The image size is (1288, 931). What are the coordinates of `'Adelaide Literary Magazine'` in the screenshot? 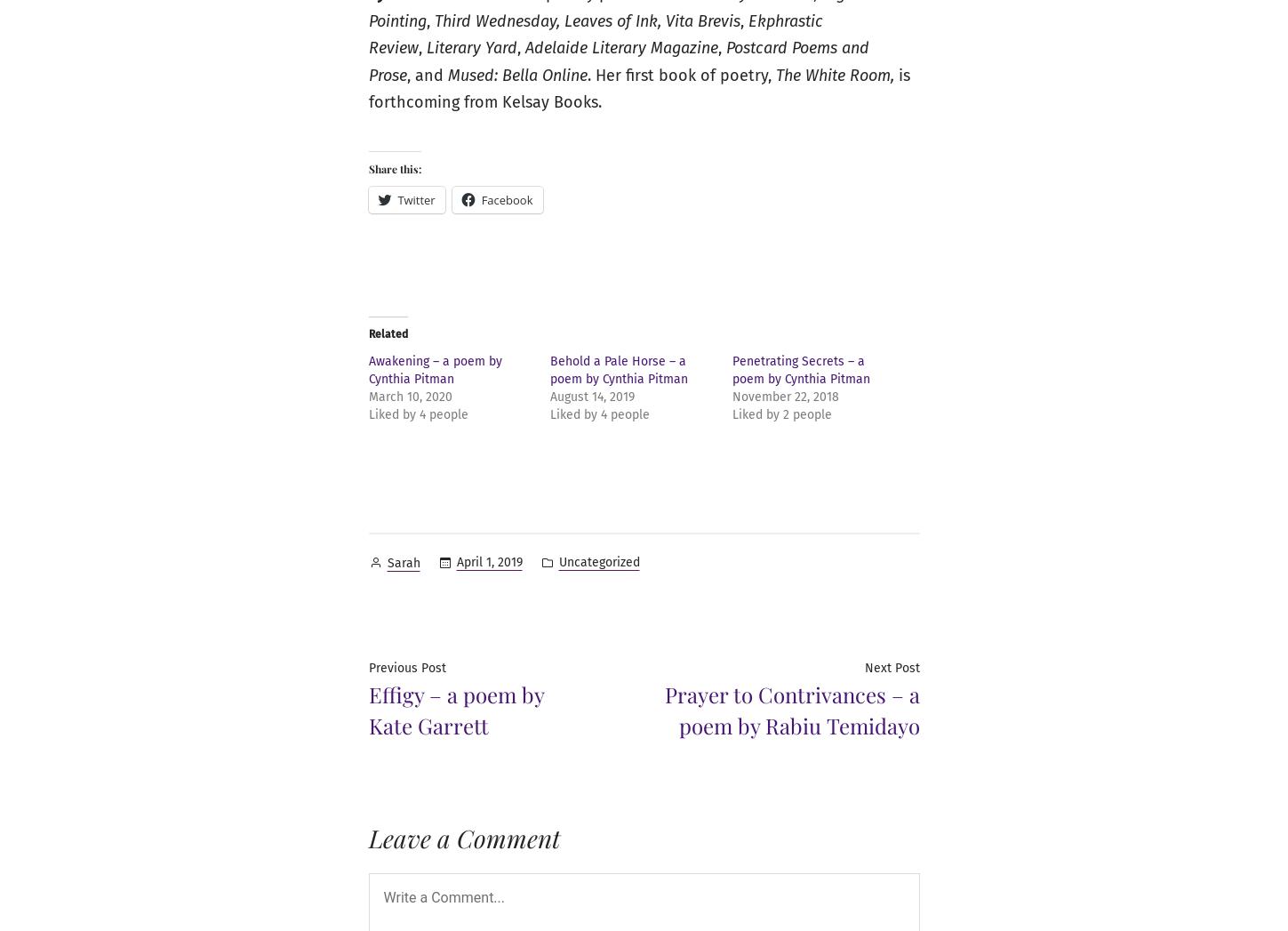 It's located at (620, 48).